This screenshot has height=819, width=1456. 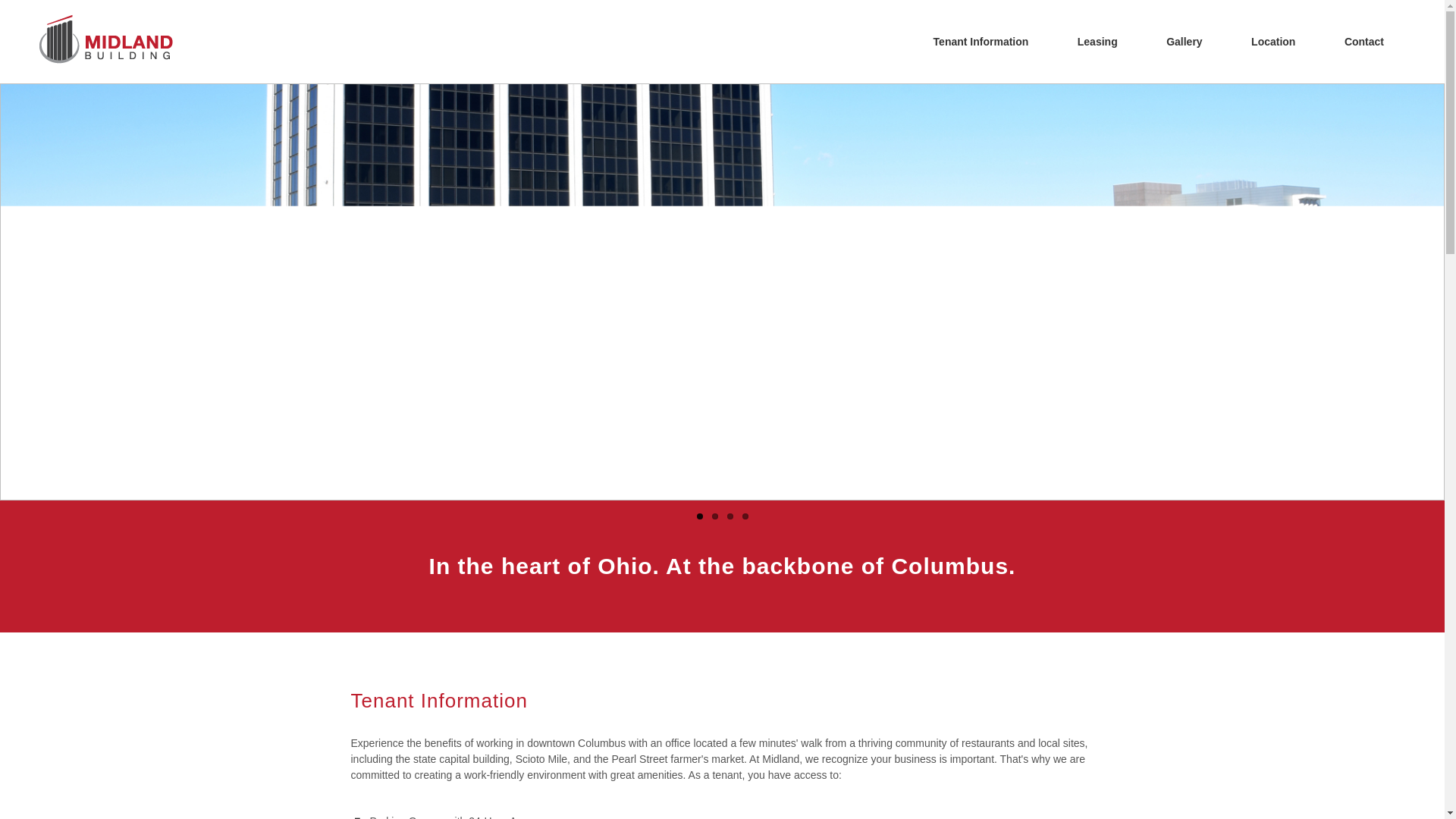 What do you see at coordinates (1251, 40) in the screenshot?
I see `'Location'` at bounding box center [1251, 40].